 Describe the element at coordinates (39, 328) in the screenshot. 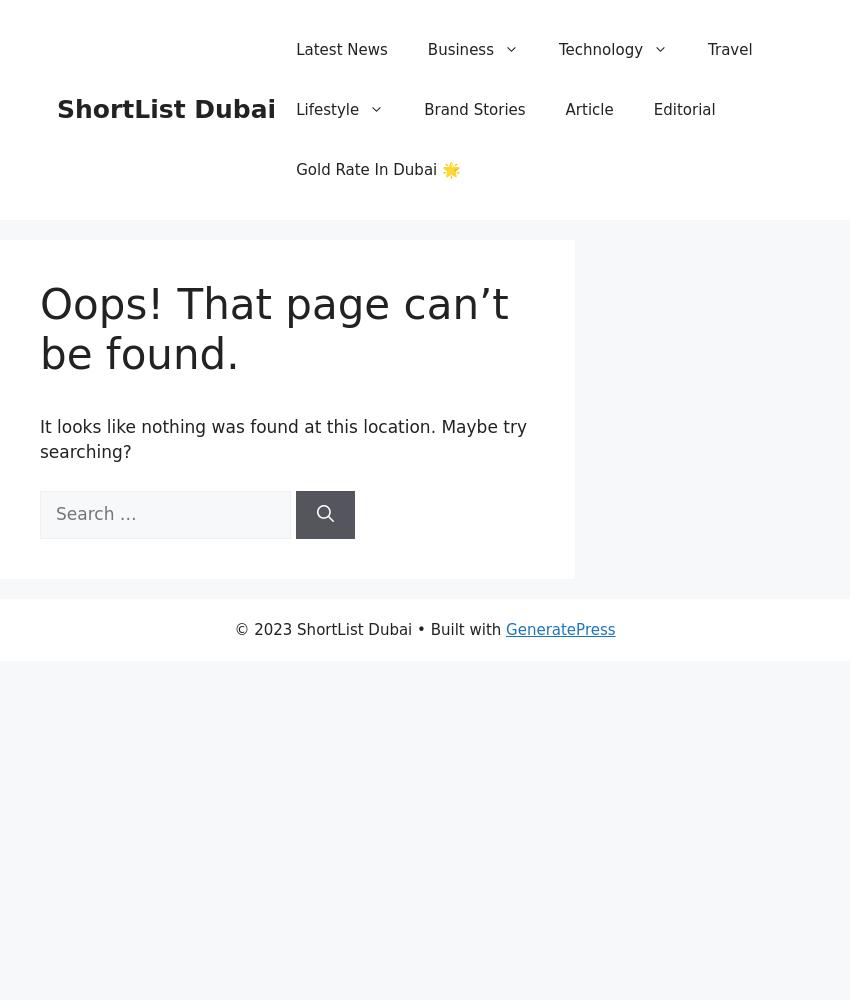

I see `'Oops! That page can’t be found.'` at that location.